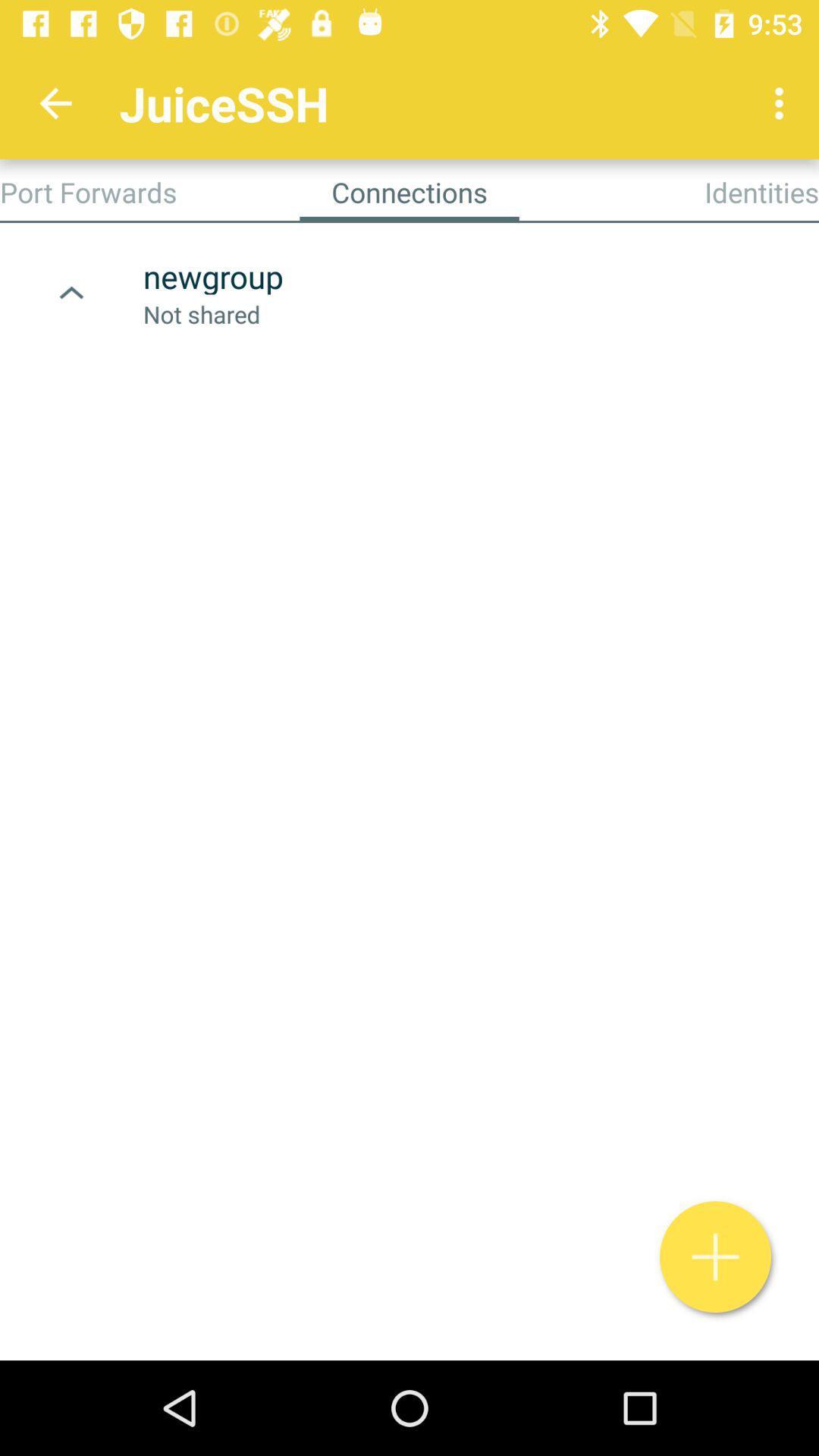  What do you see at coordinates (761, 191) in the screenshot?
I see `the identities app` at bounding box center [761, 191].